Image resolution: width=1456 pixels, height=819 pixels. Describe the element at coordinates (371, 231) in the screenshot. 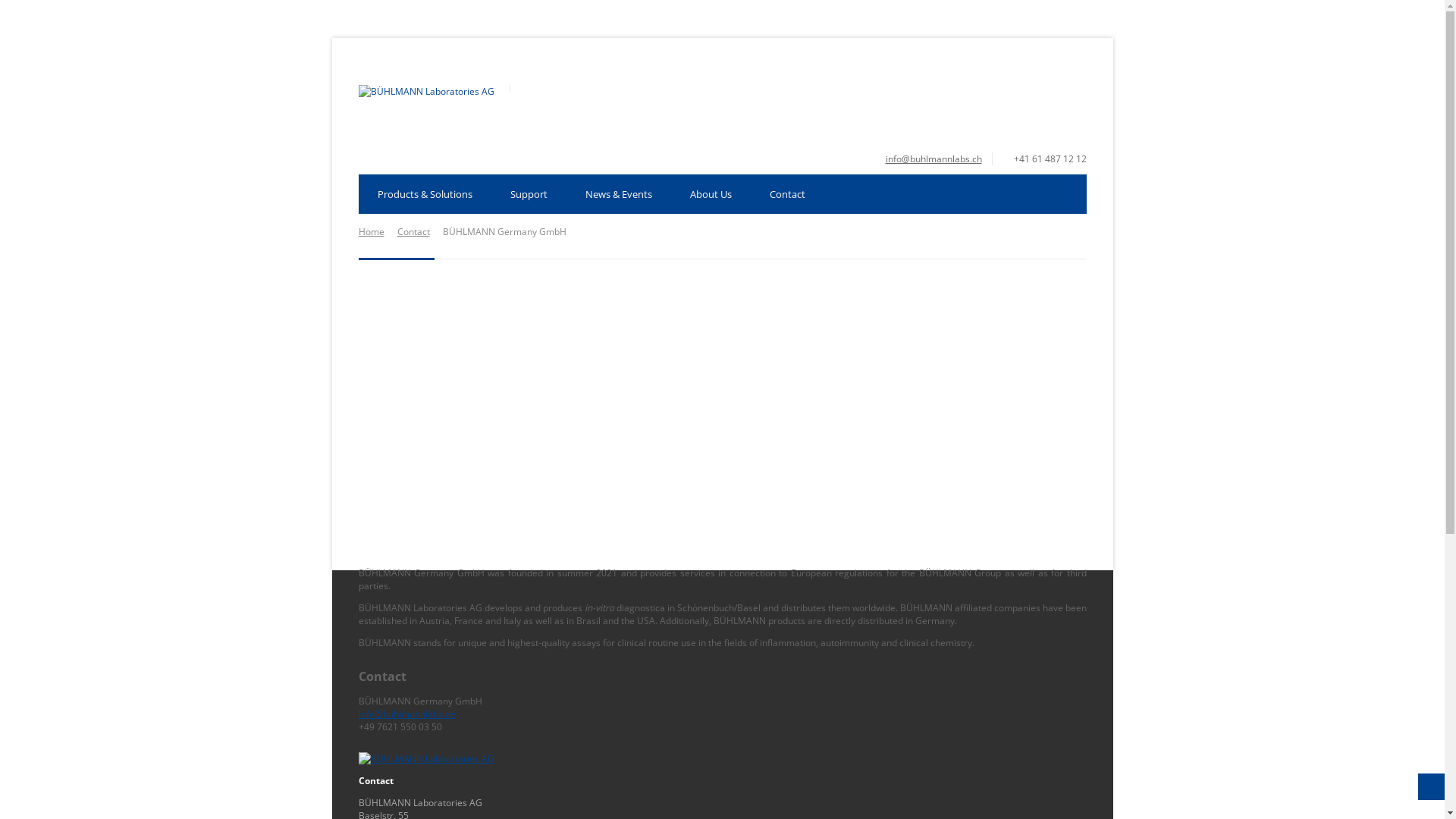

I see `'Home'` at that location.